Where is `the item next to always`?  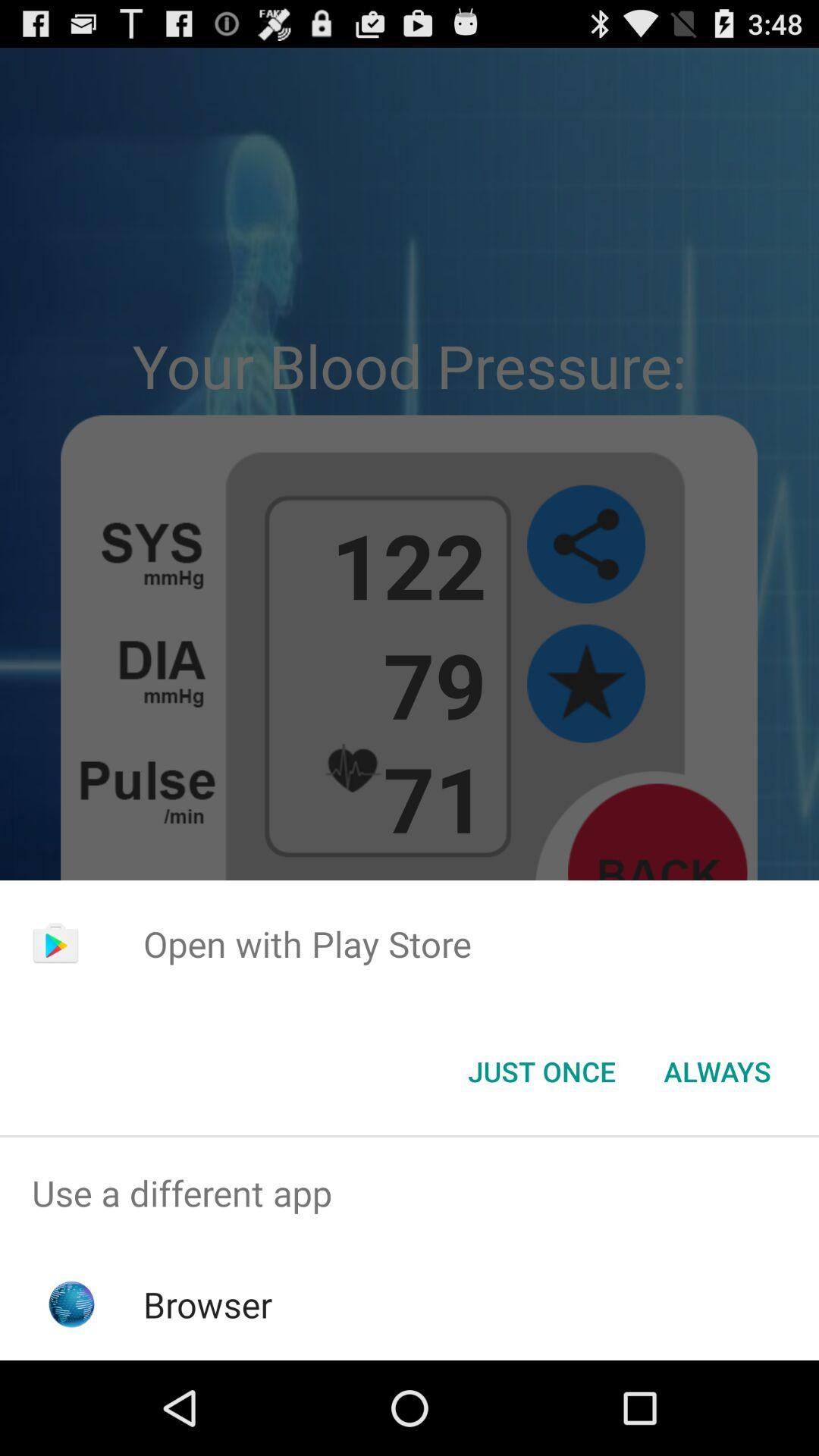
the item next to always is located at coordinates (541, 1070).